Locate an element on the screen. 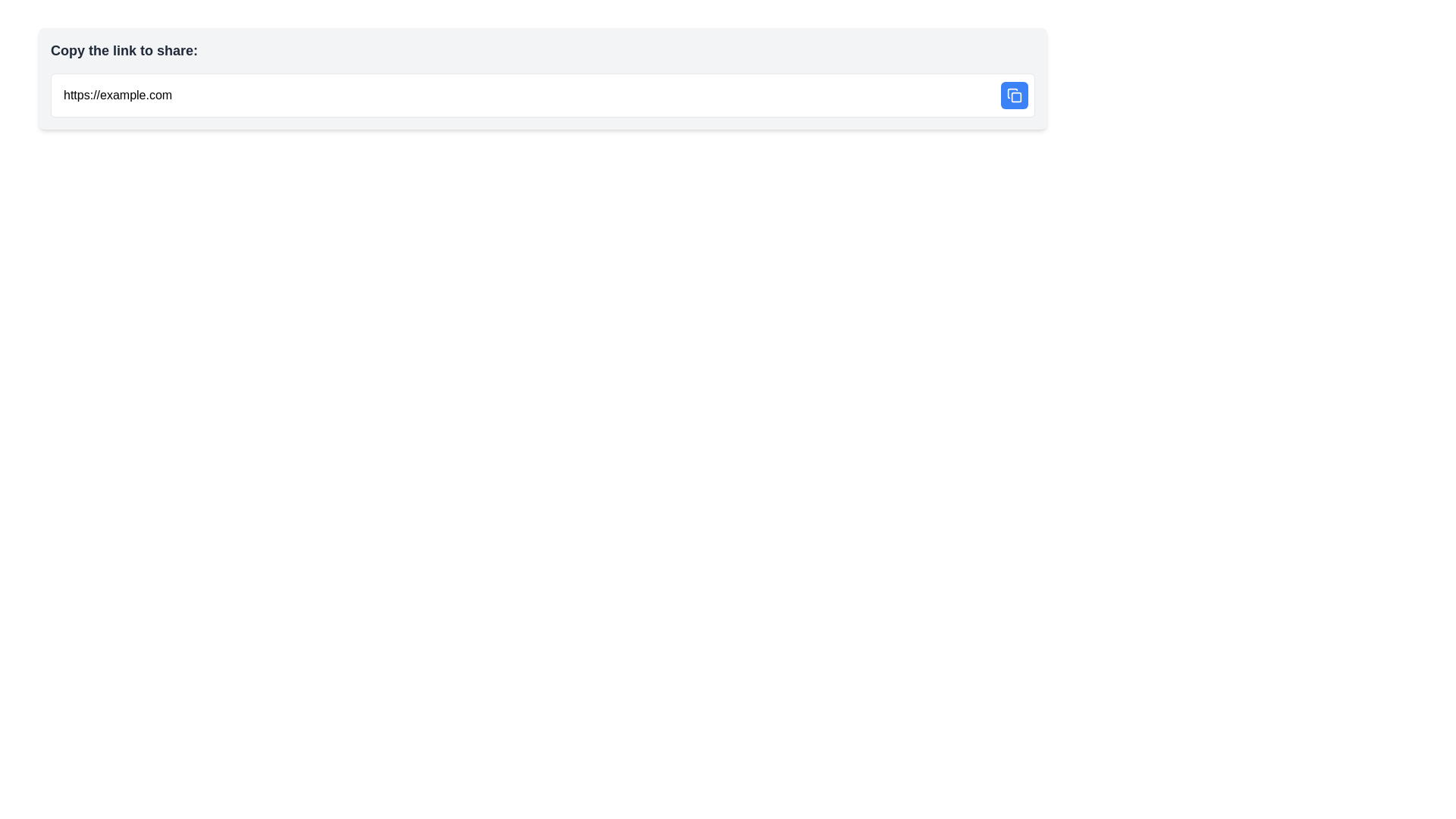 The image size is (1456, 819). the small white icon depicting two overlapping rectangles, which is part of a button located at the far-right end of a horizontal text input field is located at coordinates (1015, 96).